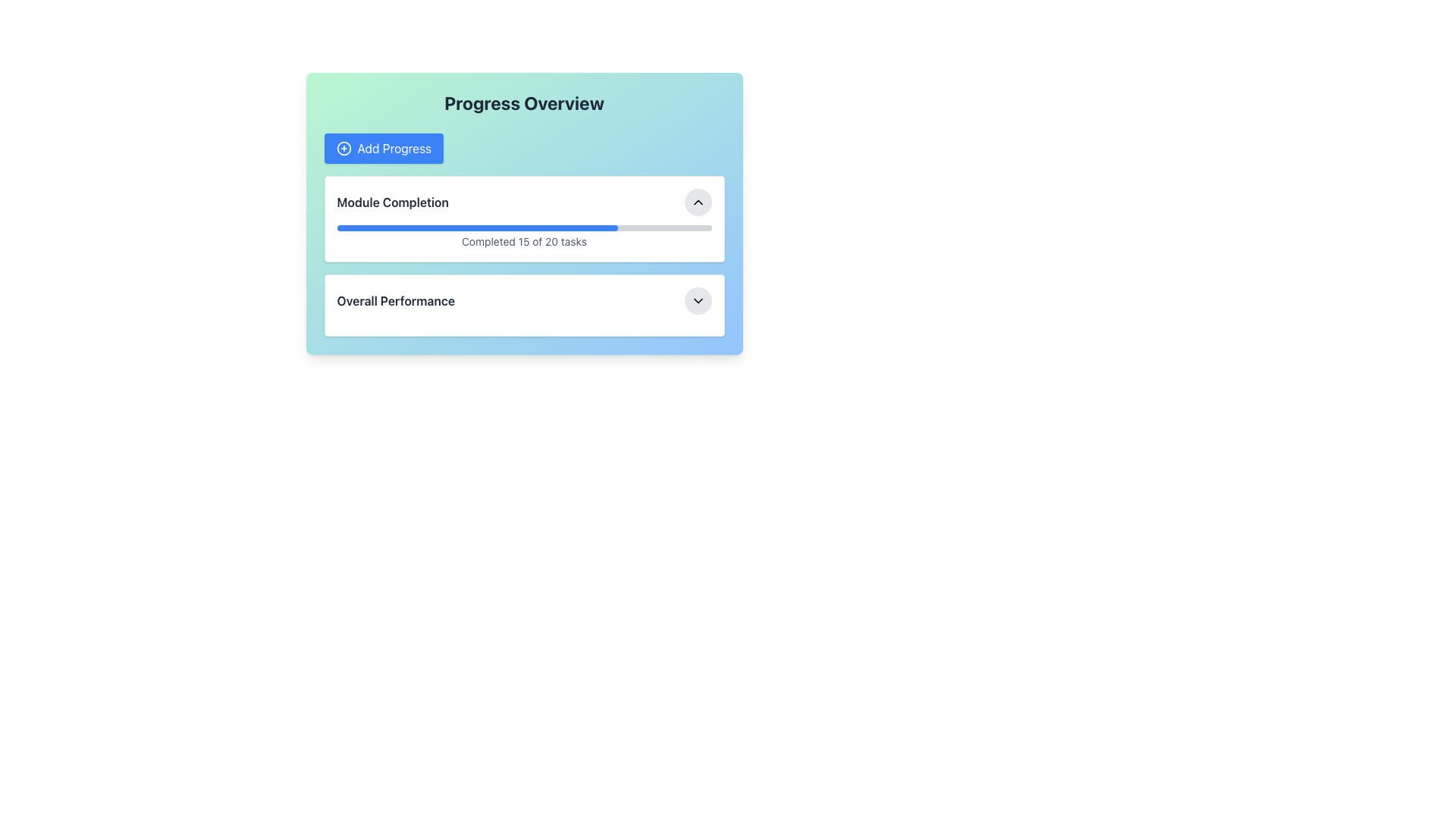 The width and height of the screenshot is (1456, 819). Describe the element at coordinates (697, 201) in the screenshot. I see `the interactive button located to the right of the progress bar in the 'Module Completion' section` at that location.